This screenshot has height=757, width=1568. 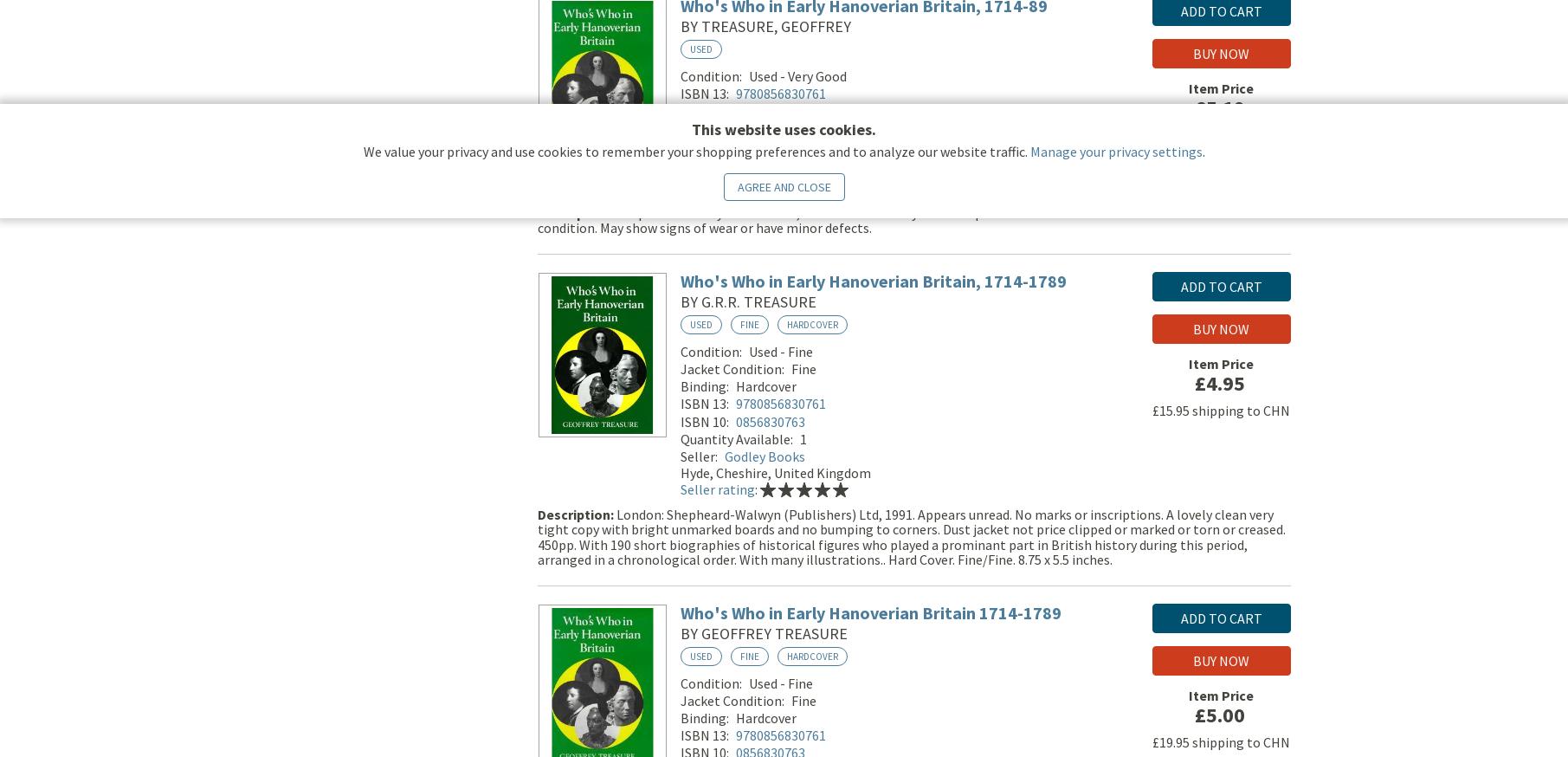 I want to click on 'This website uses cookies.', so click(x=784, y=128).